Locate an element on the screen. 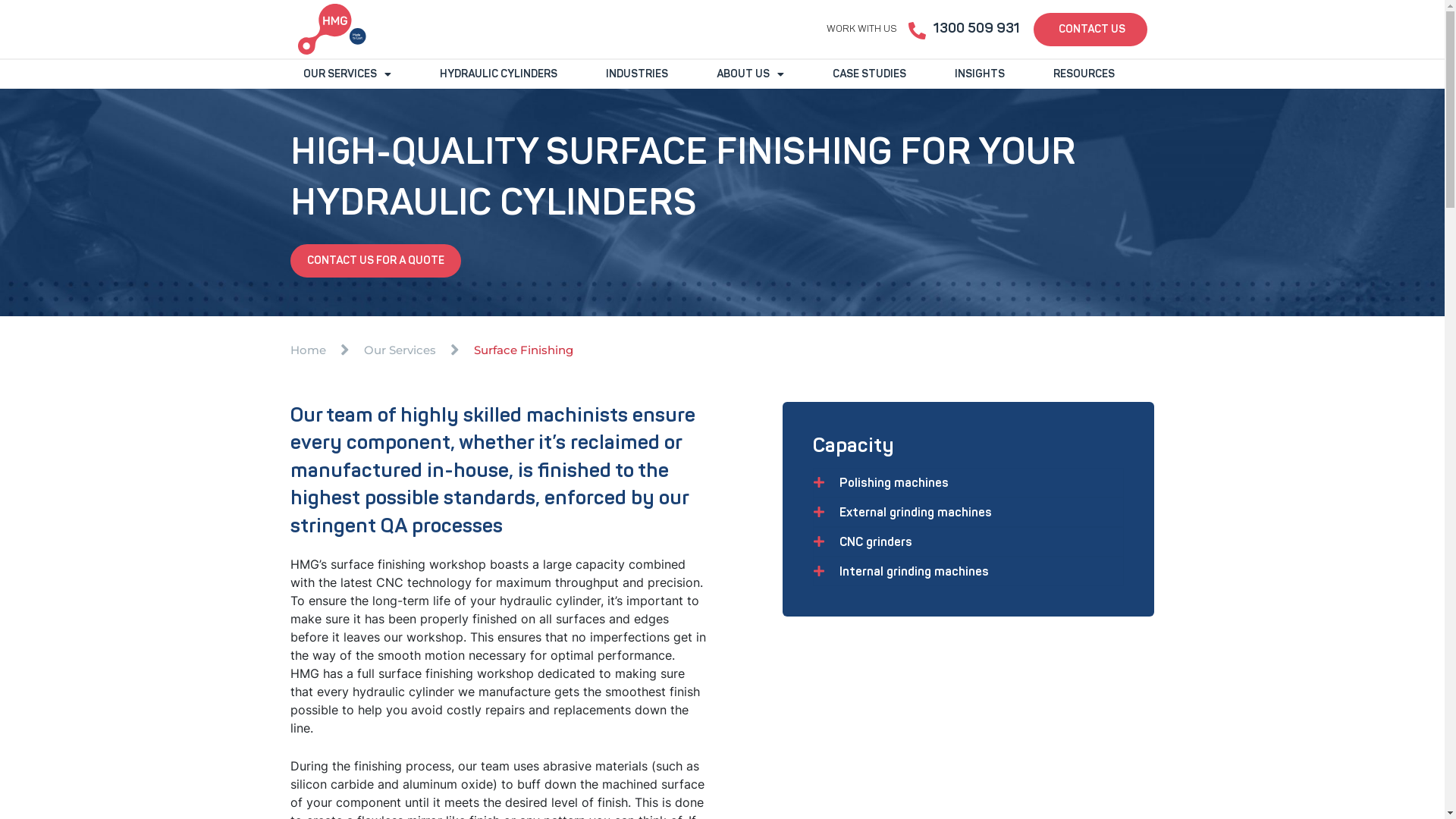 The image size is (1456, 819). 'CONTACT US' is located at coordinates (1032, 29).